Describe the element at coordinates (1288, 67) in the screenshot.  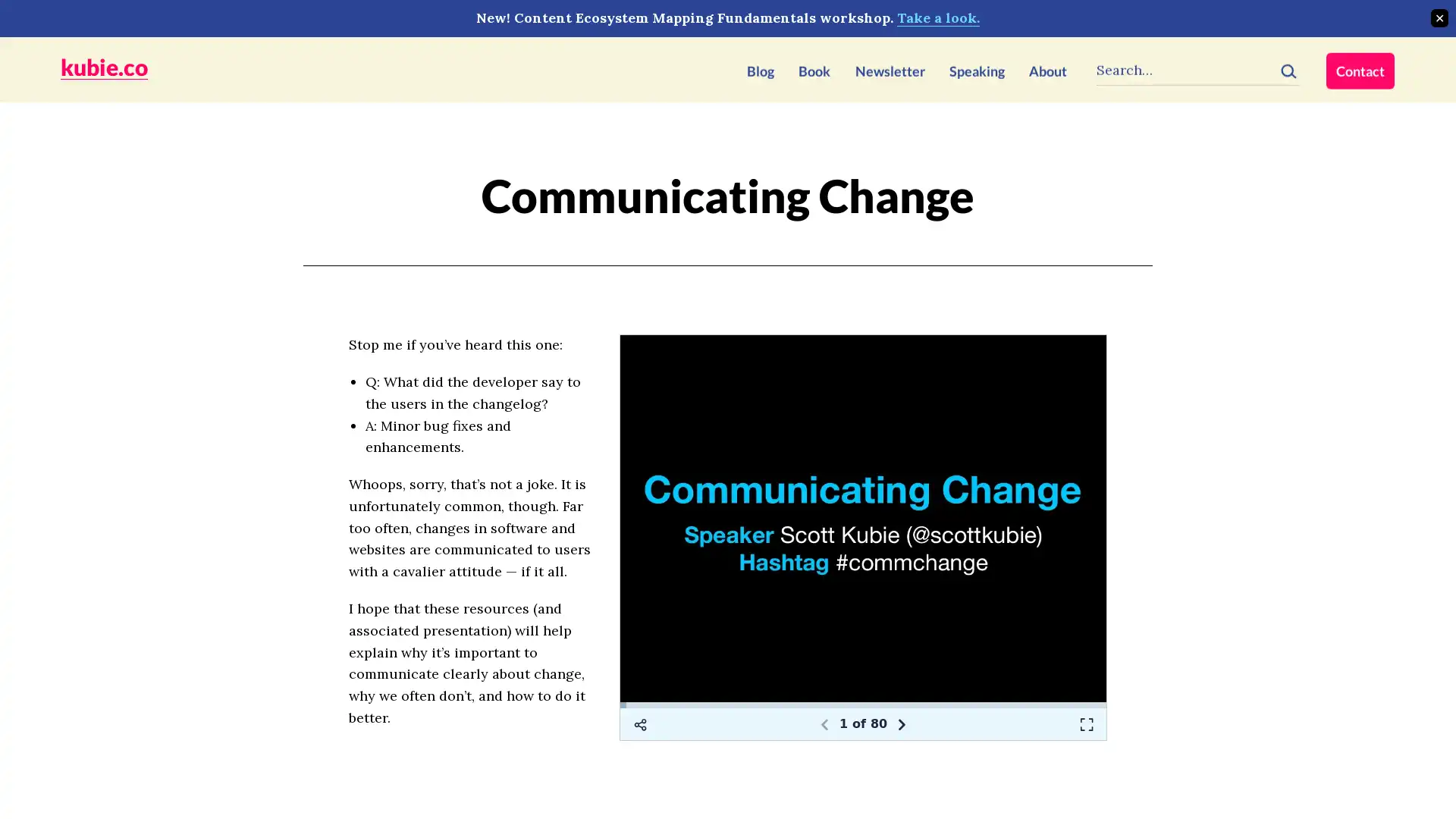
I see `Search` at that location.